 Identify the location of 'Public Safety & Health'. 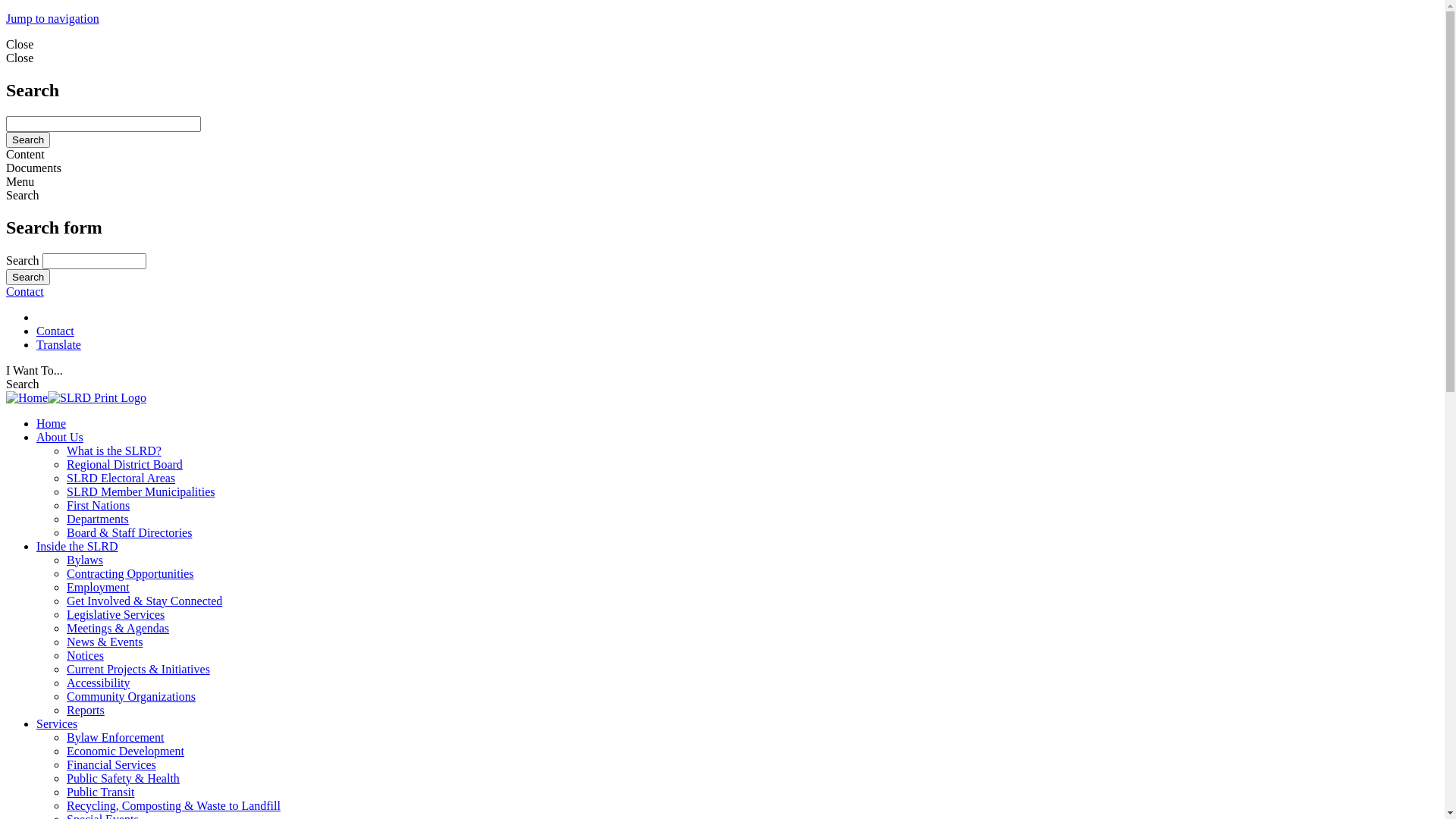
(123, 778).